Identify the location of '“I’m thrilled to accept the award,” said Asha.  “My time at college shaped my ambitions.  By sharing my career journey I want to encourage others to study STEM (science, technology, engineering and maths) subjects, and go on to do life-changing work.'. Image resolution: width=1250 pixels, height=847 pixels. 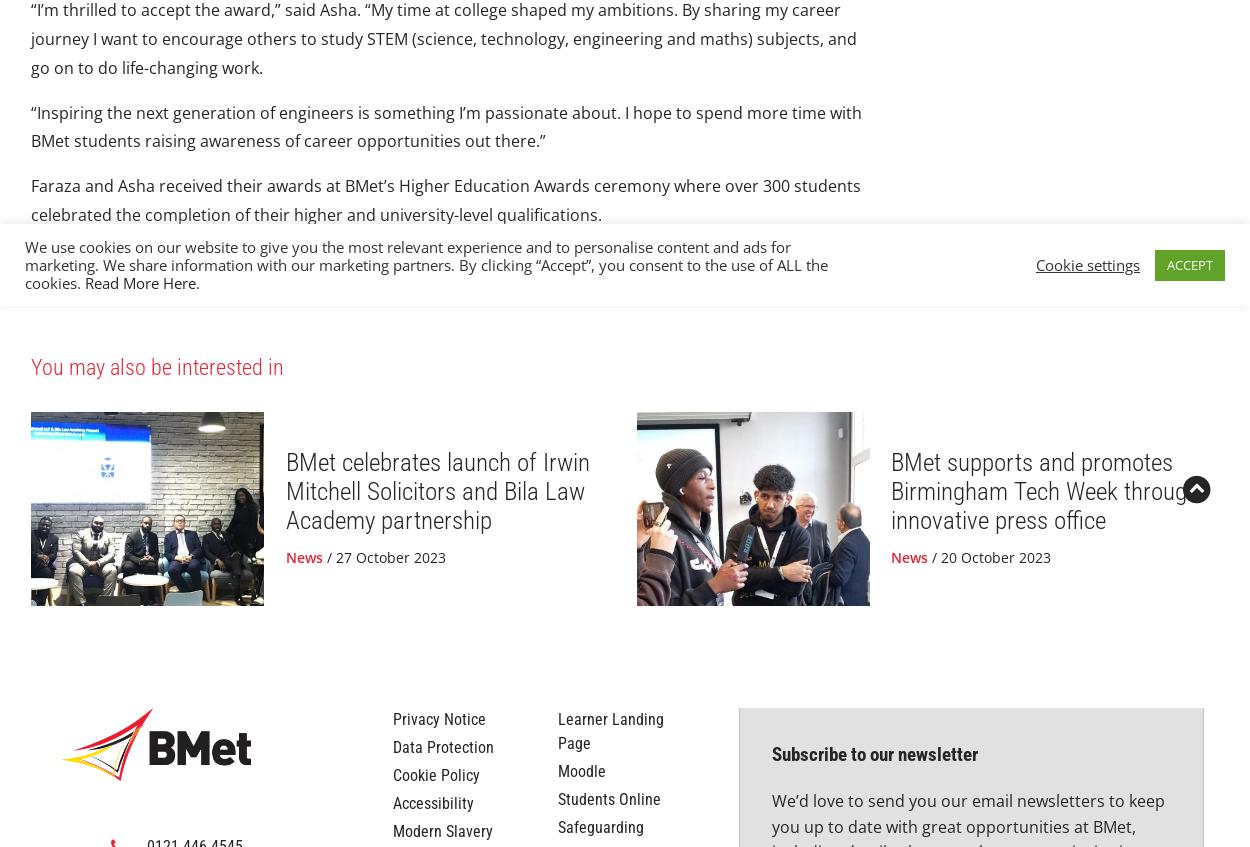
(443, 183).